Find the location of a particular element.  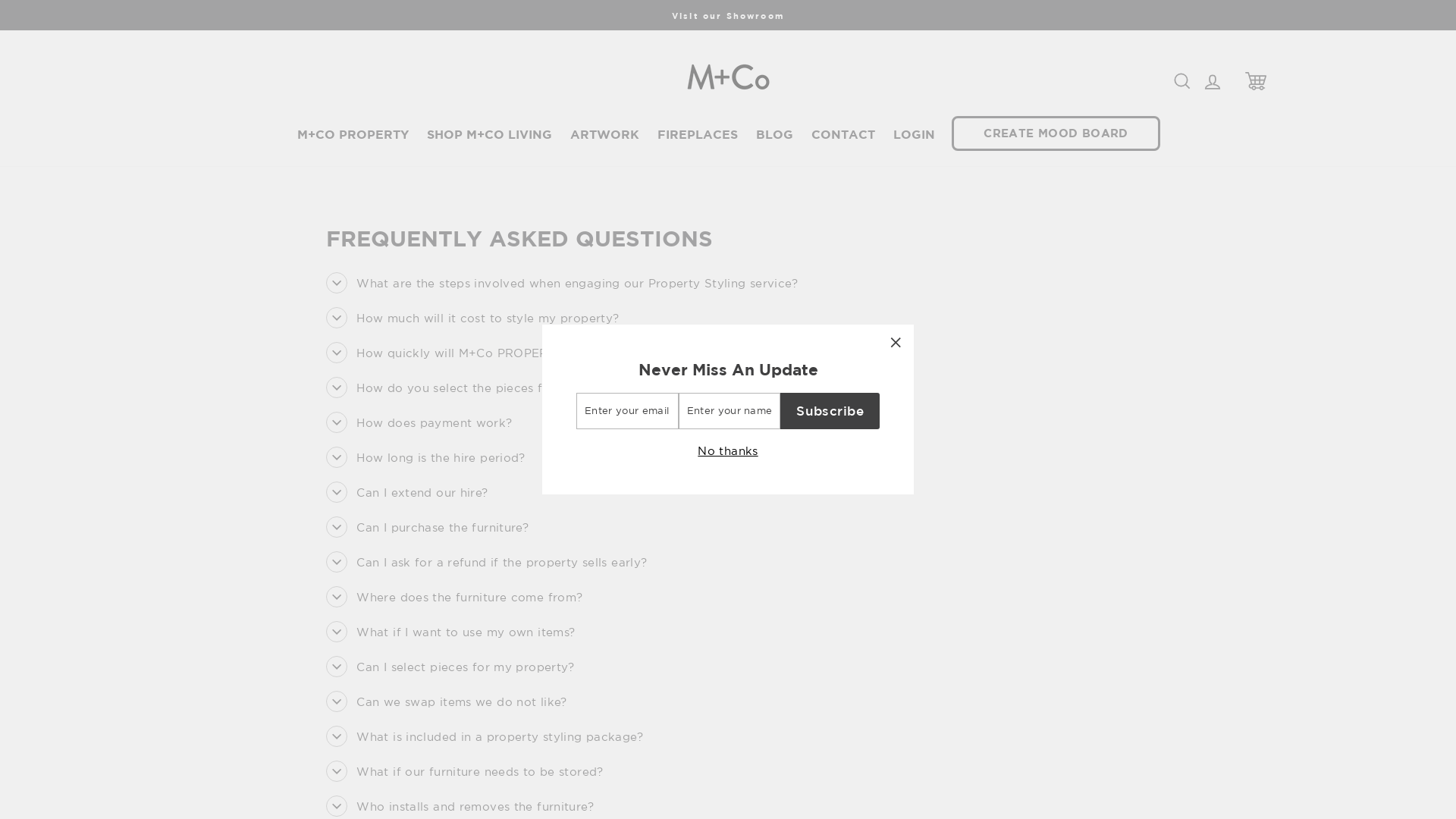

'How much will it cost to style my property?' is located at coordinates (472, 317).